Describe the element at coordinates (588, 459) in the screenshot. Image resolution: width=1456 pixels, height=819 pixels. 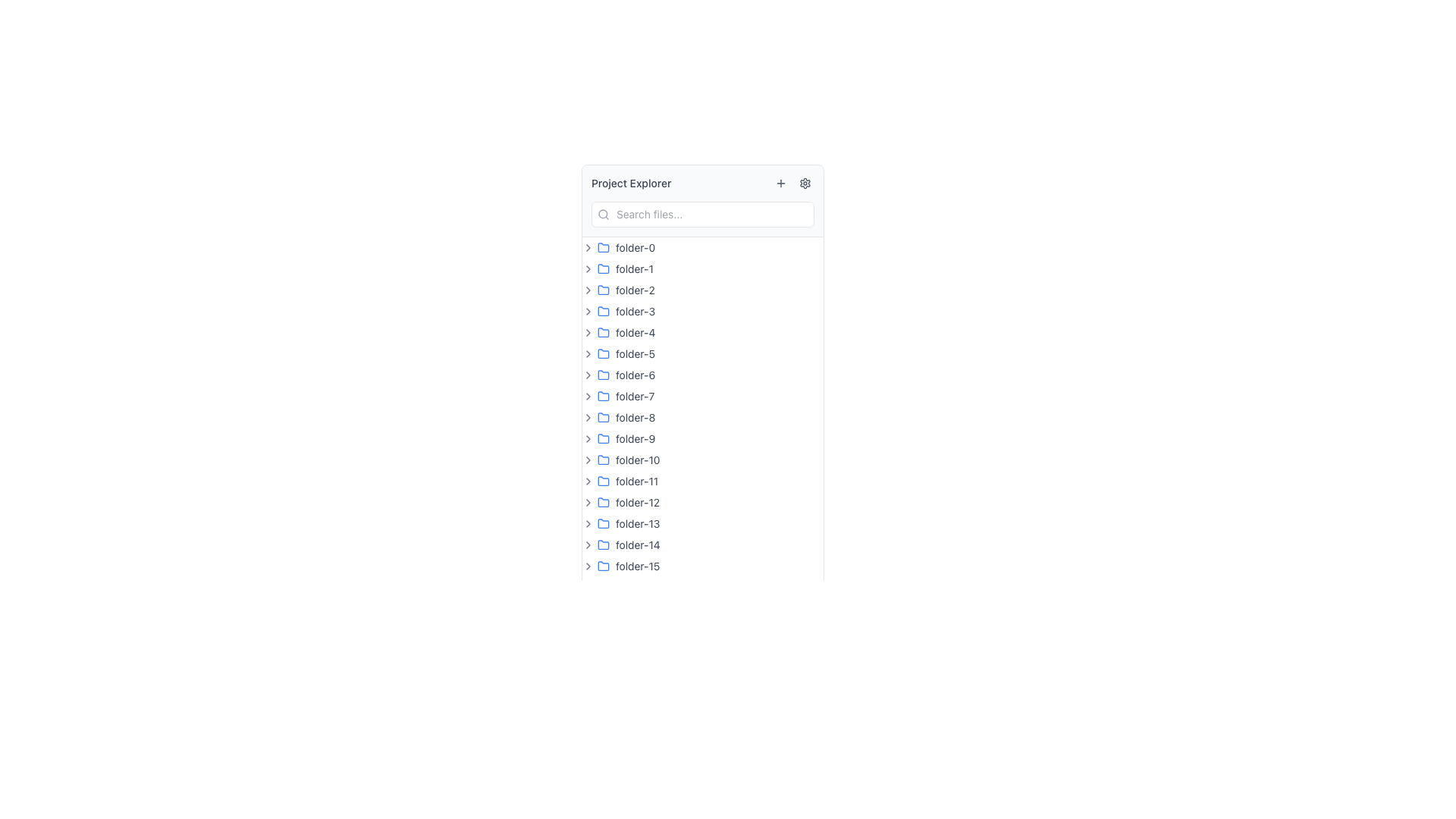
I see `the expand/collapse icon shaped like a right-angle chevron pointing to the right, which is located beside the text 'folder-10' in the project explorer` at that location.